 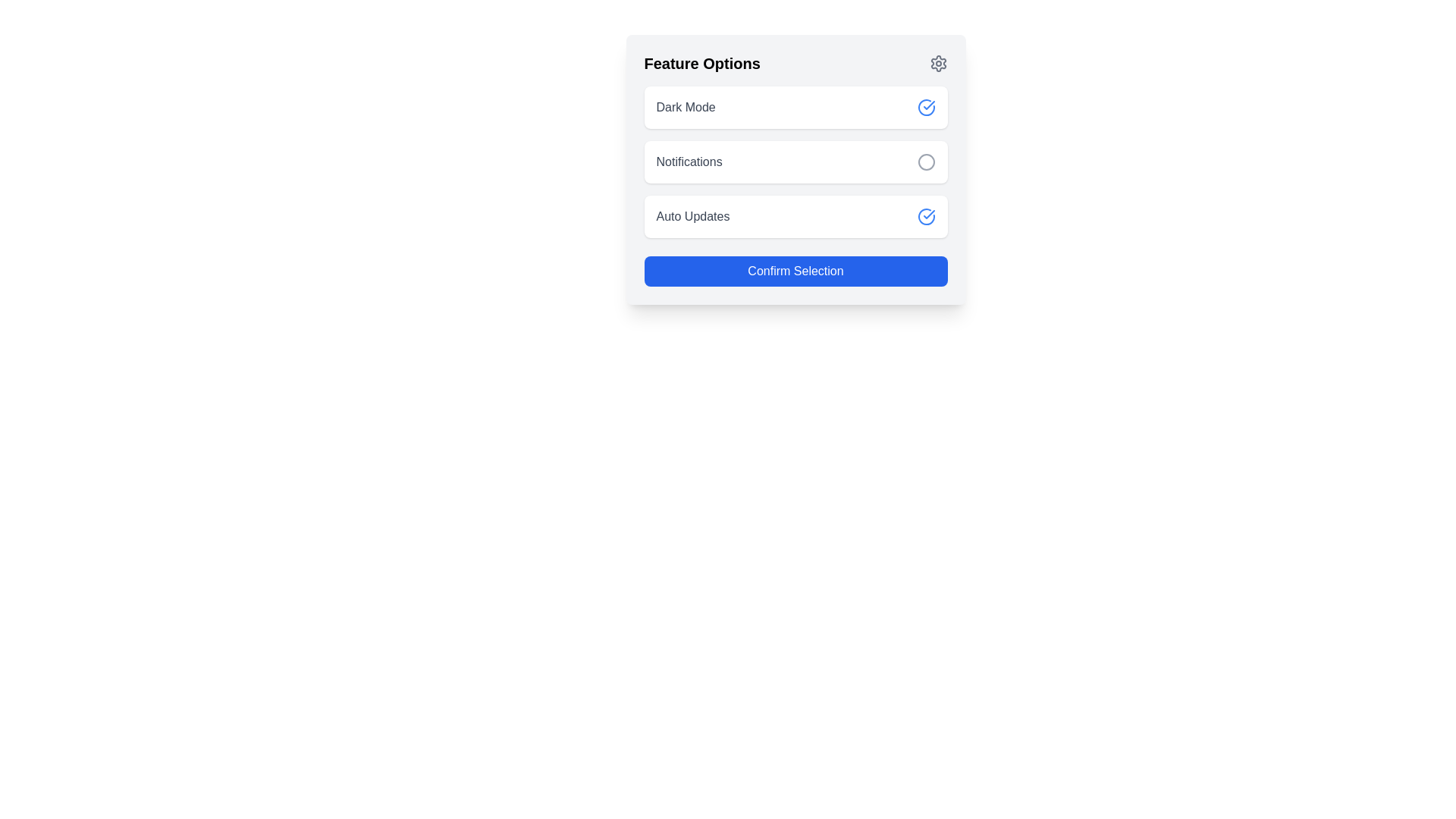 I want to click on the gear or settings icon located in the upper right corner of the interface, next to 'Feature Options', so click(x=937, y=63).